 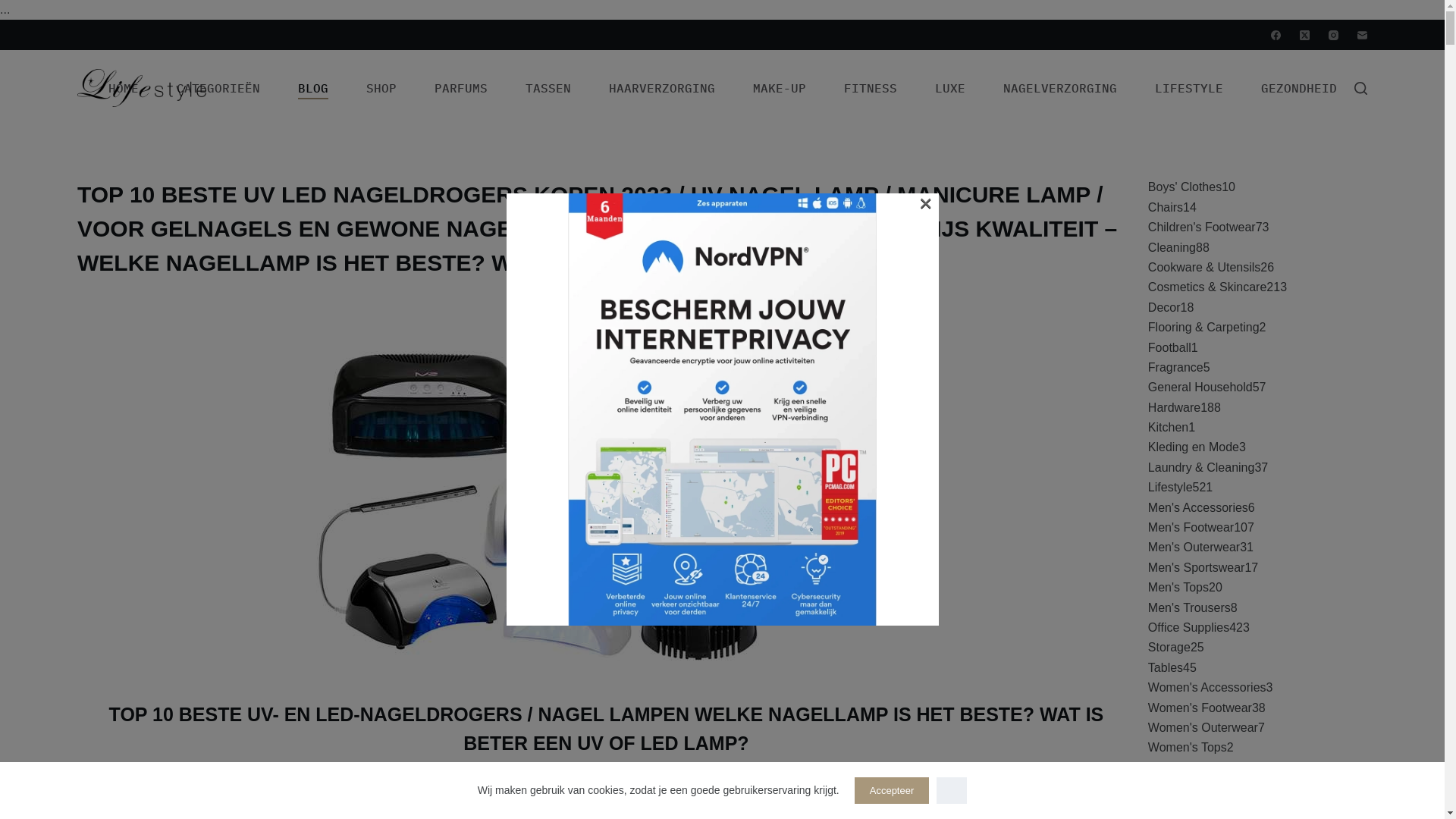 What do you see at coordinates (1188, 87) in the screenshot?
I see `'LIFESTYLE'` at bounding box center [1188, 87].